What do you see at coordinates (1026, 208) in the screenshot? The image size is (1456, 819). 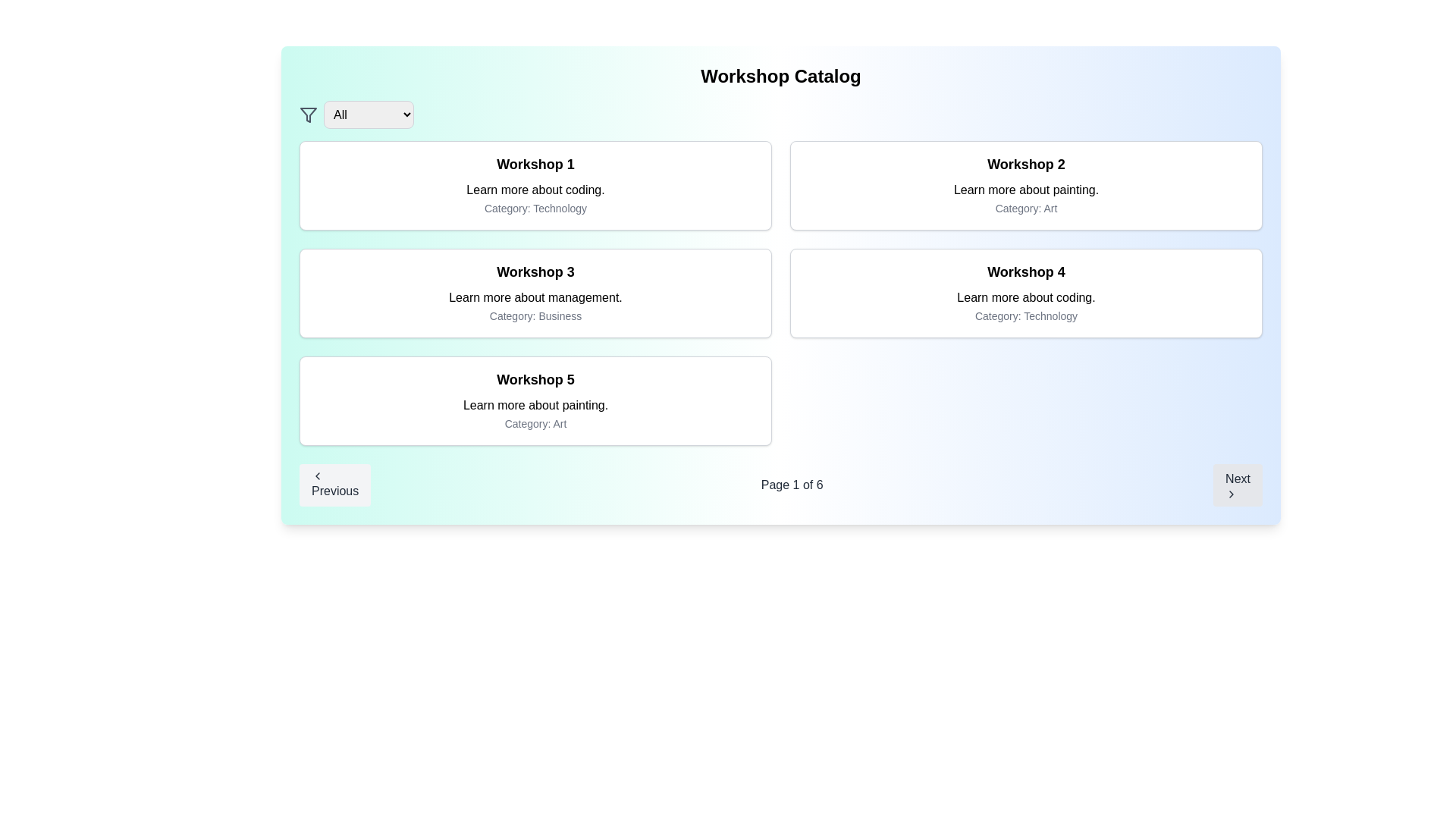 I see `text label 'Category: Art' located at the bottom of the 'Workshop 2' card, which is styled with 'text-sm text-gray-500'` at bounding box center [1026, 208].